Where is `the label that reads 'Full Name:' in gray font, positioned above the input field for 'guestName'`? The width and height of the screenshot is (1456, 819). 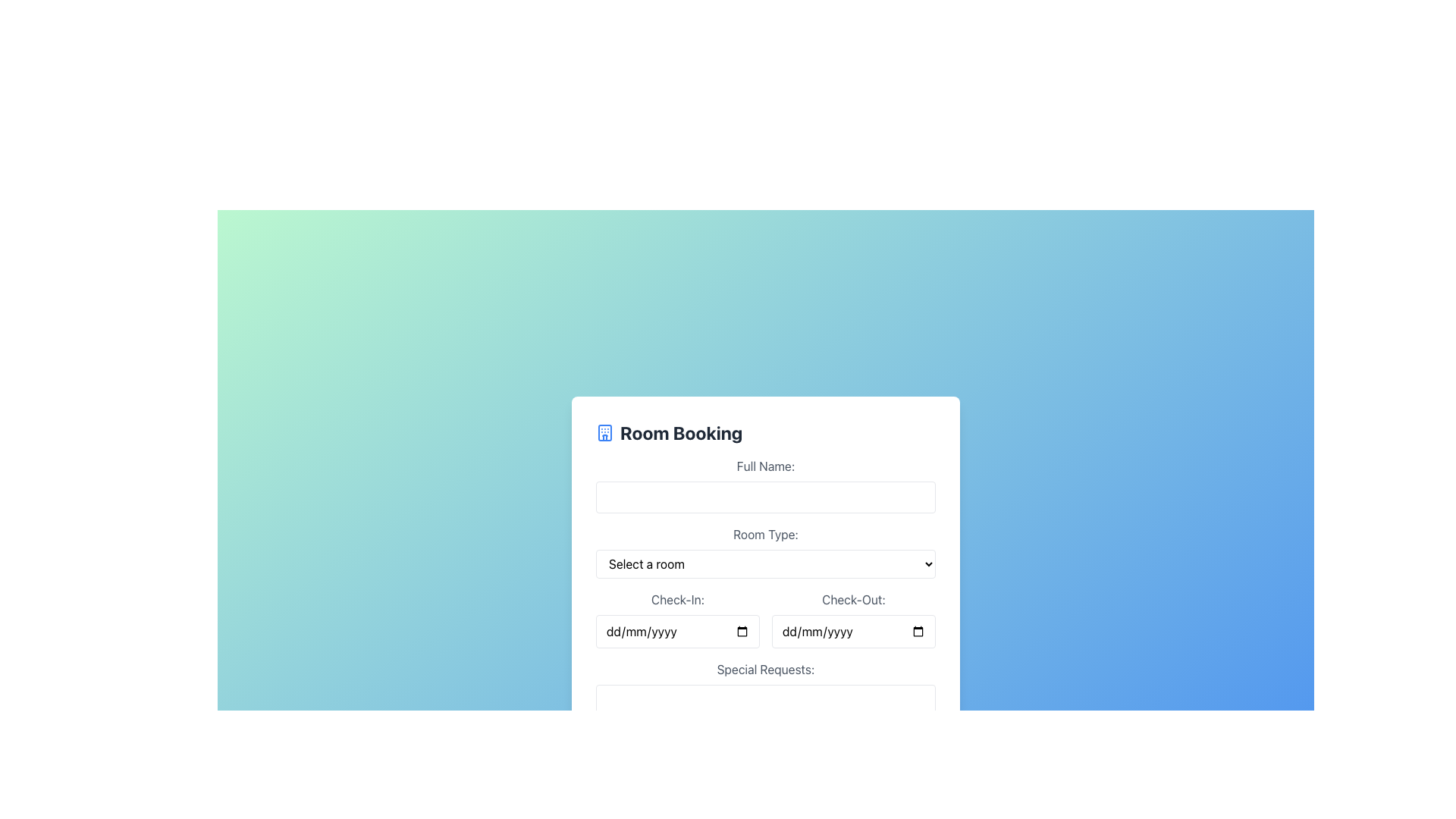
the label that reads 'Full Name:' in gray font, positioned above the input field for 'guestName' is located at coordinates (765, 465).